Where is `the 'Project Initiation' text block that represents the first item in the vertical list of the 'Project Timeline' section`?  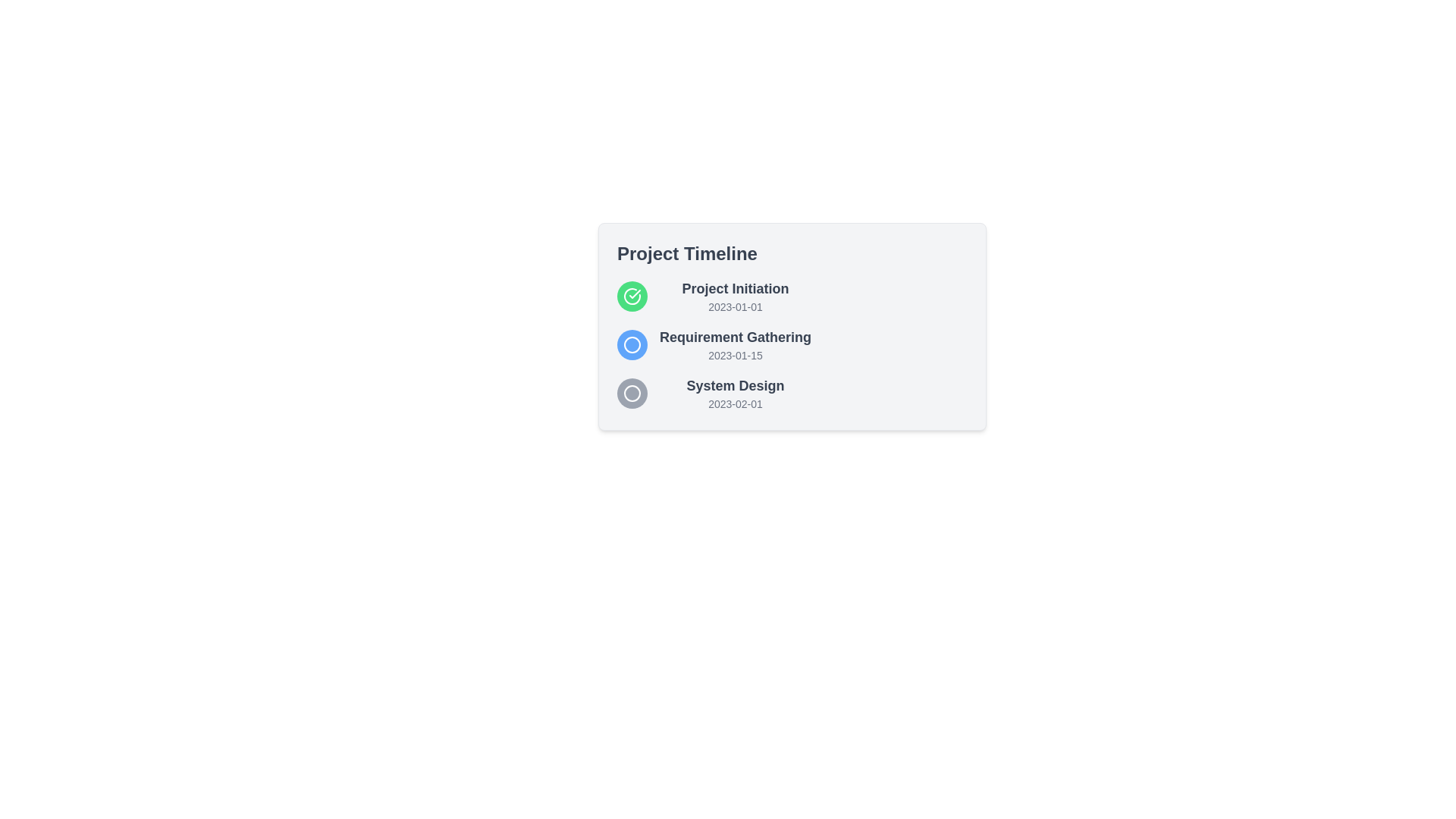 the 'Project Initiation' text block that represents the first item in the vertical list of the 'Project Timeline' section is located at coordinates (735, 296).